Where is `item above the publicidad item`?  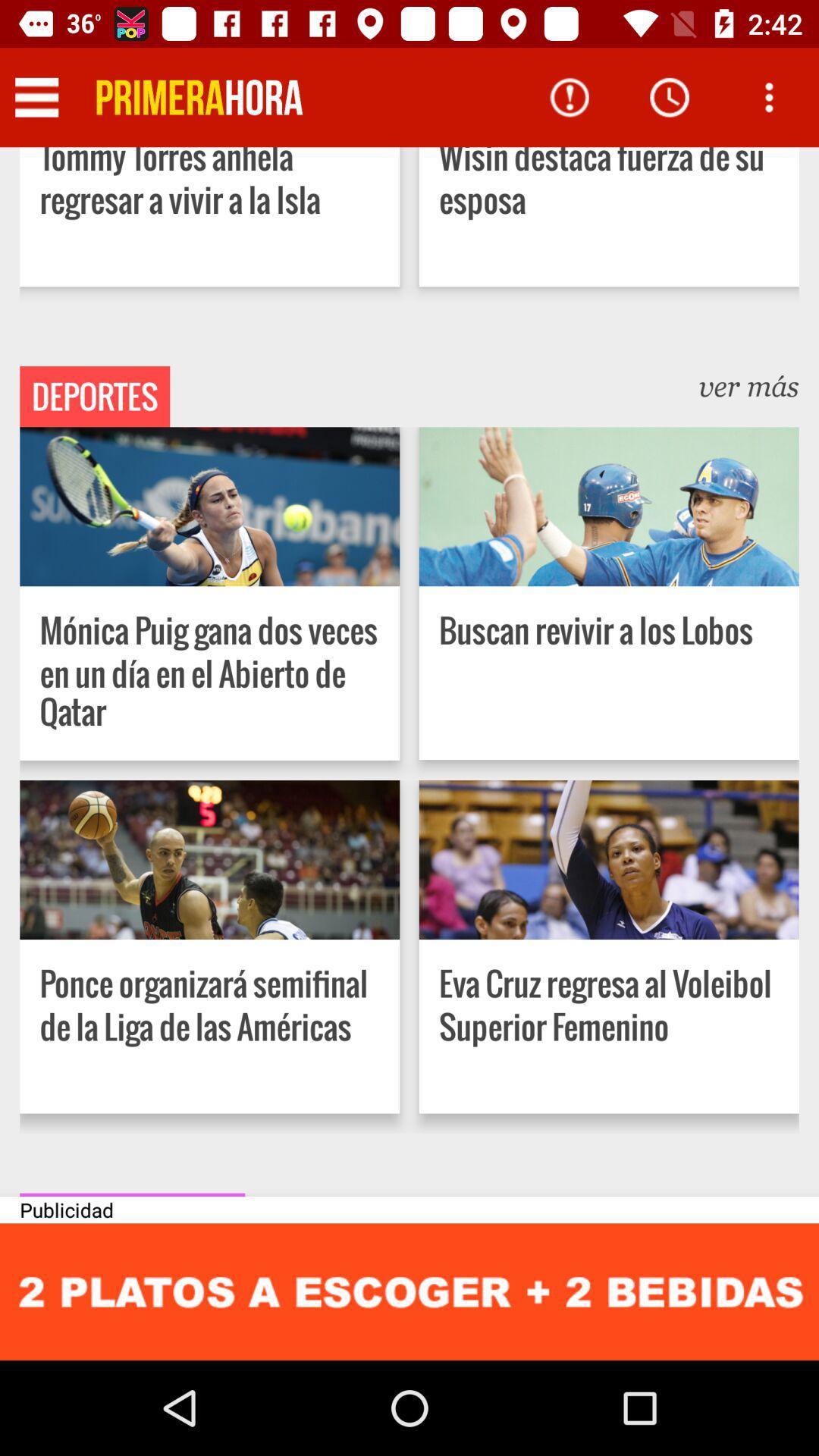
item above the publicidad item is located at coordinates (131, 1194).